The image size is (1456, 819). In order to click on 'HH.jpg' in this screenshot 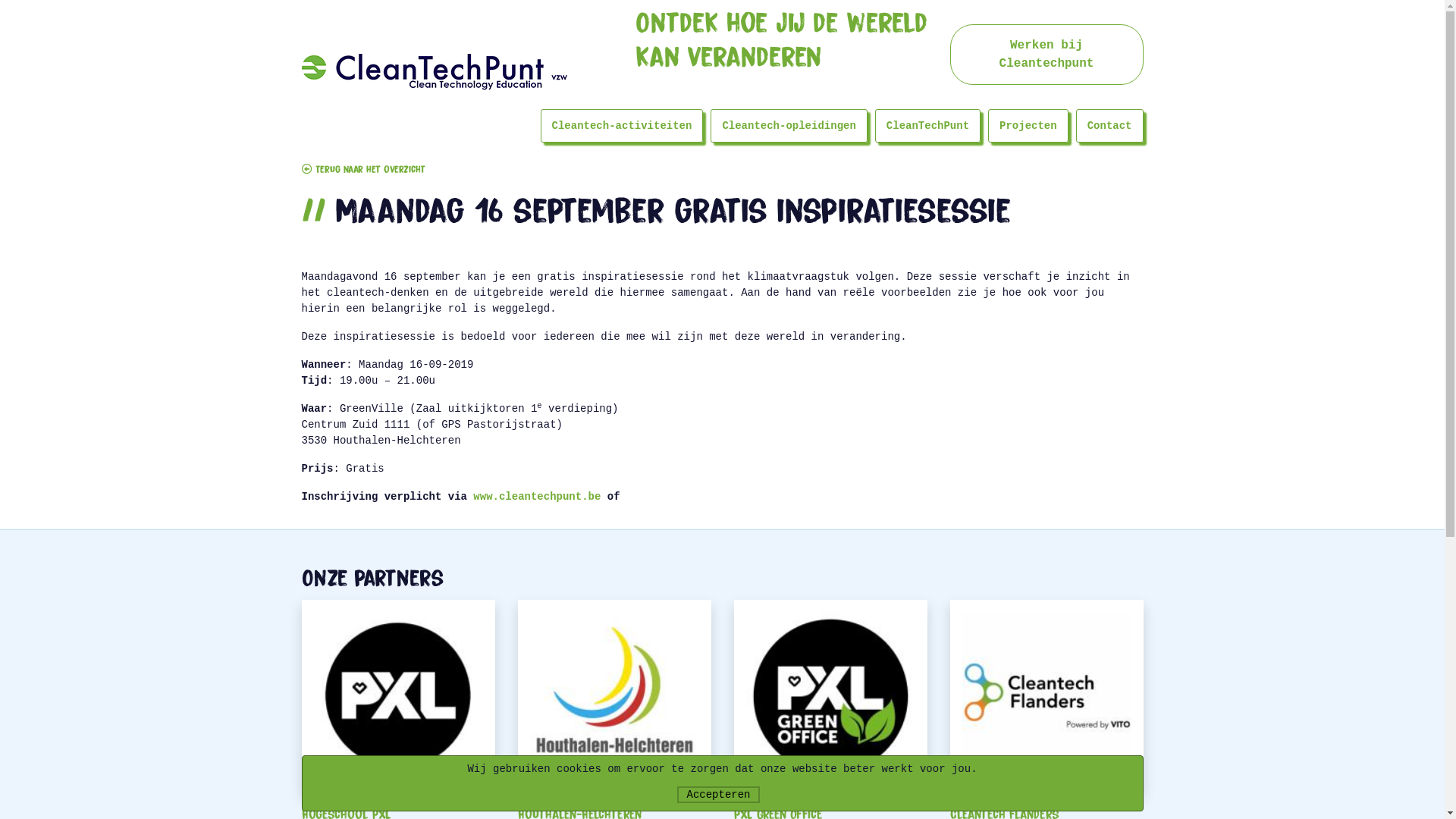, I will do `click(613, 696)`.